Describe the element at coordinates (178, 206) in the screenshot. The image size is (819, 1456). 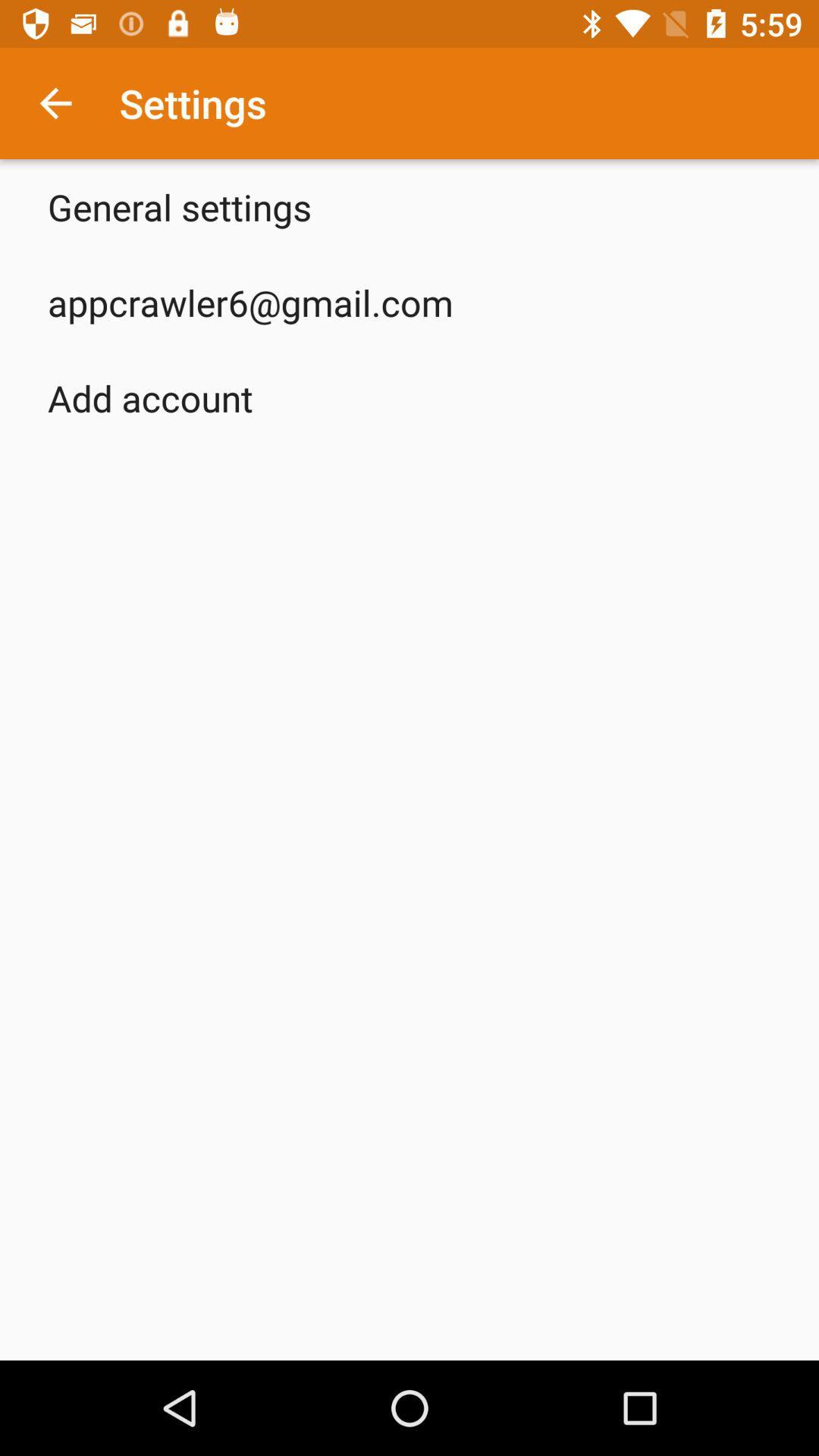
I see `general settings item` at that location.